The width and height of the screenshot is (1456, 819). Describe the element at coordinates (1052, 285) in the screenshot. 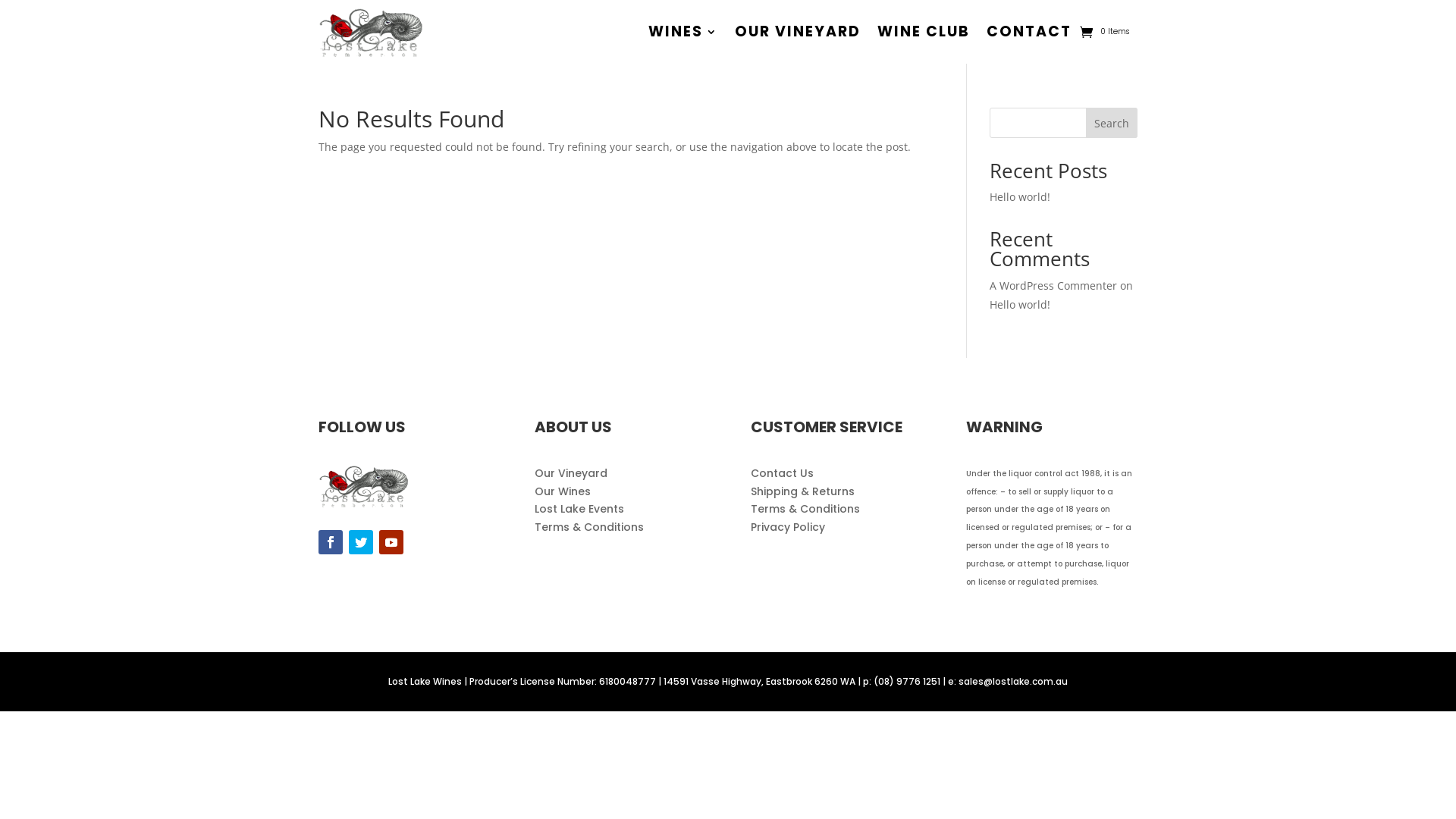

I see `'A WordPress Commenter'` at that location.